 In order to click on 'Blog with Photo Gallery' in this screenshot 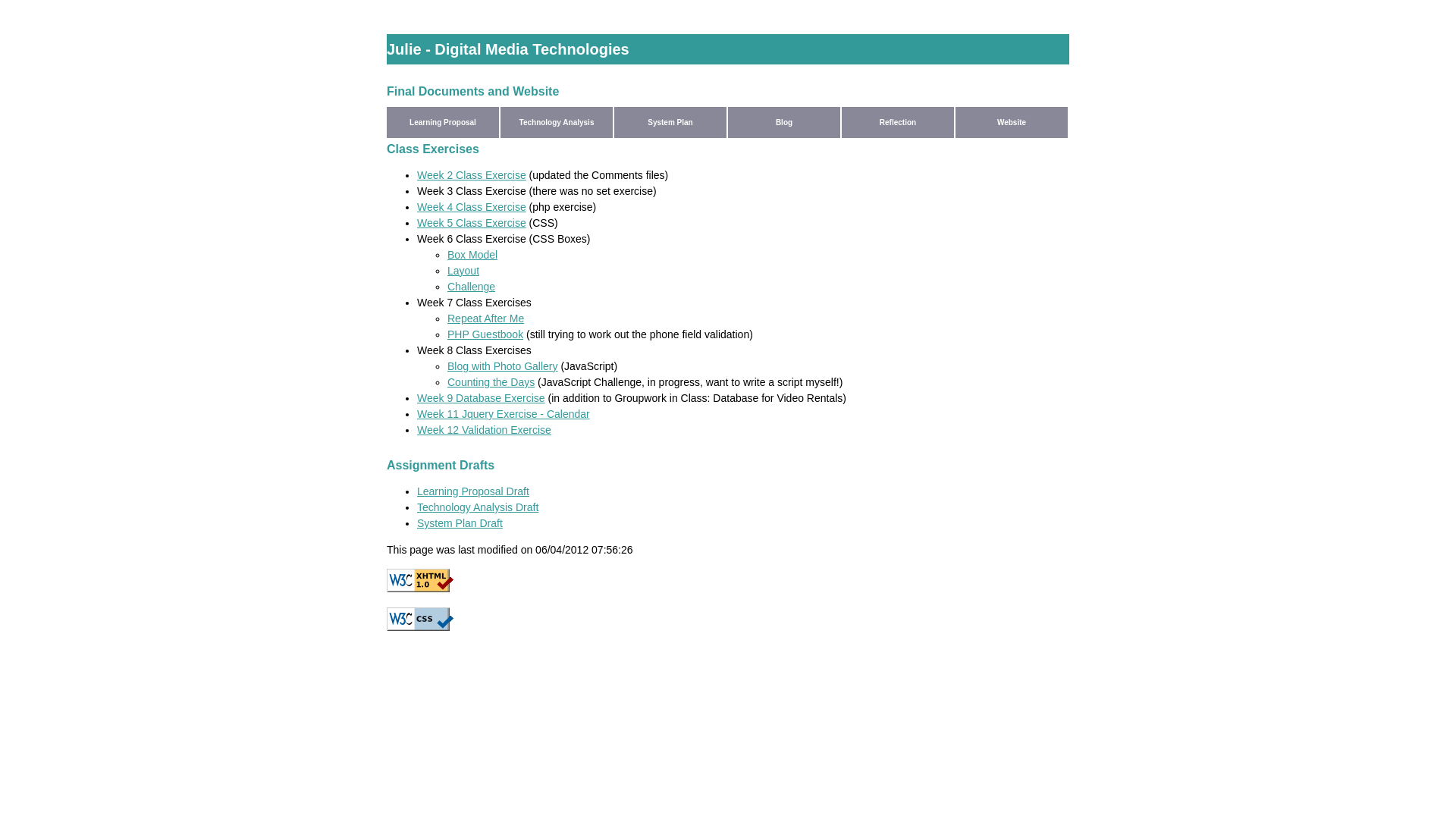, I will do `click(447, 366)`.